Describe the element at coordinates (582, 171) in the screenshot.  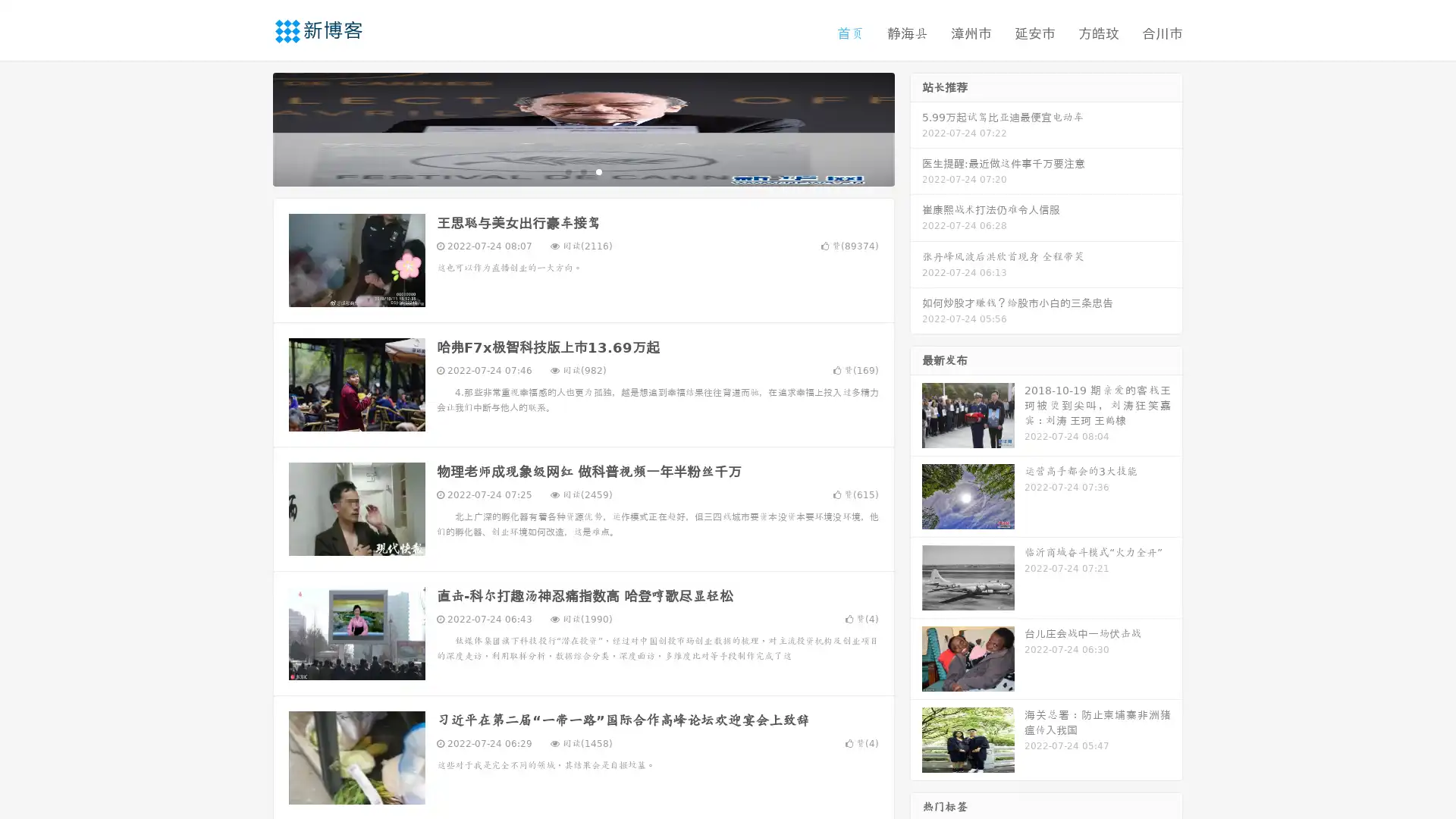
I see `Go to slide 2` at that location.